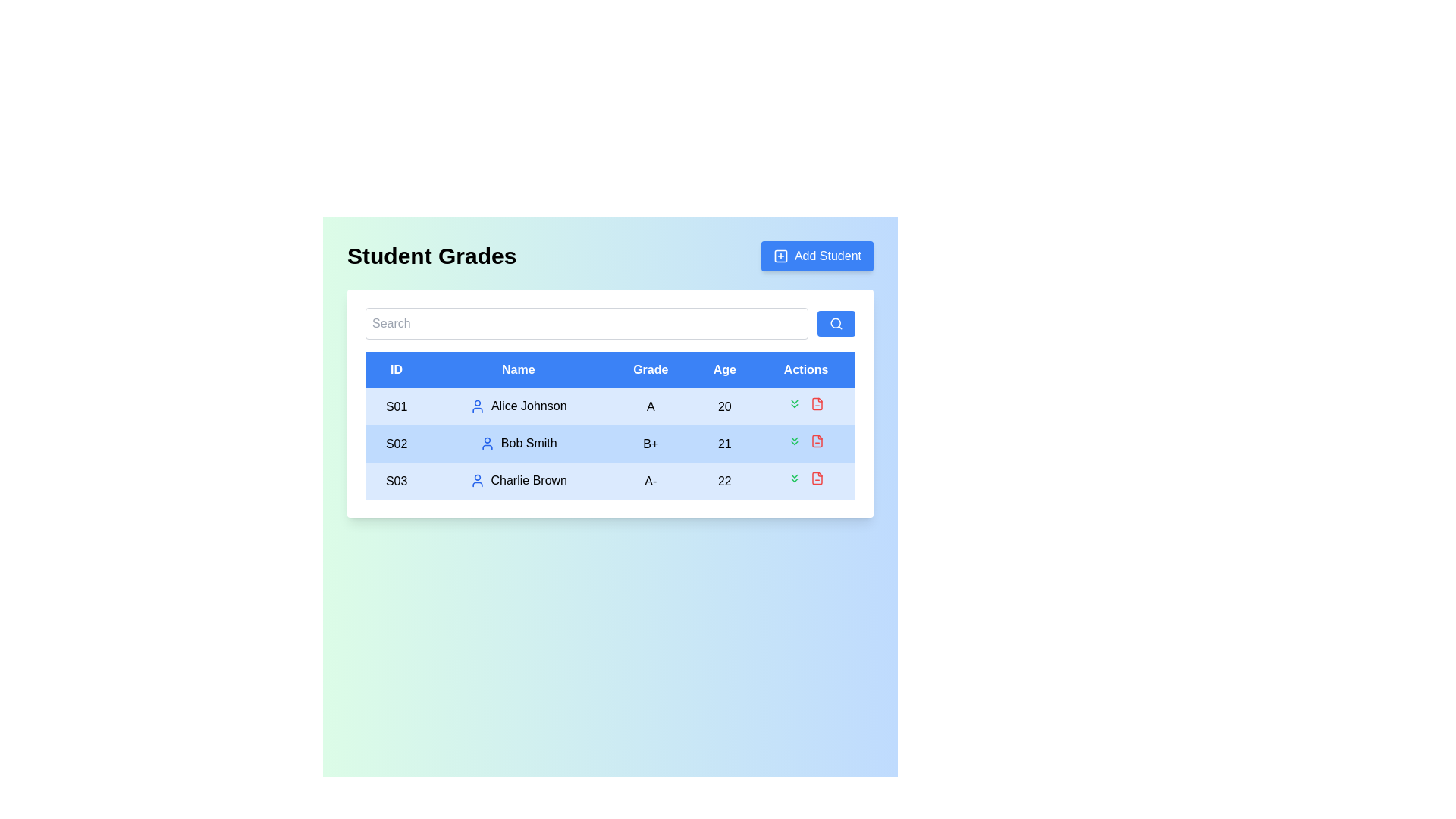 This screenshot has width=1456, height=819. Describe the element at coordinates (651, 444) in the screenshot. I see `the 'B+' text label in bold font, which is the fourth column in the second row of the table, adjacent to the 'Name' column containing 'Bob Smith' and the 'Age' column containing '21'` at that location.